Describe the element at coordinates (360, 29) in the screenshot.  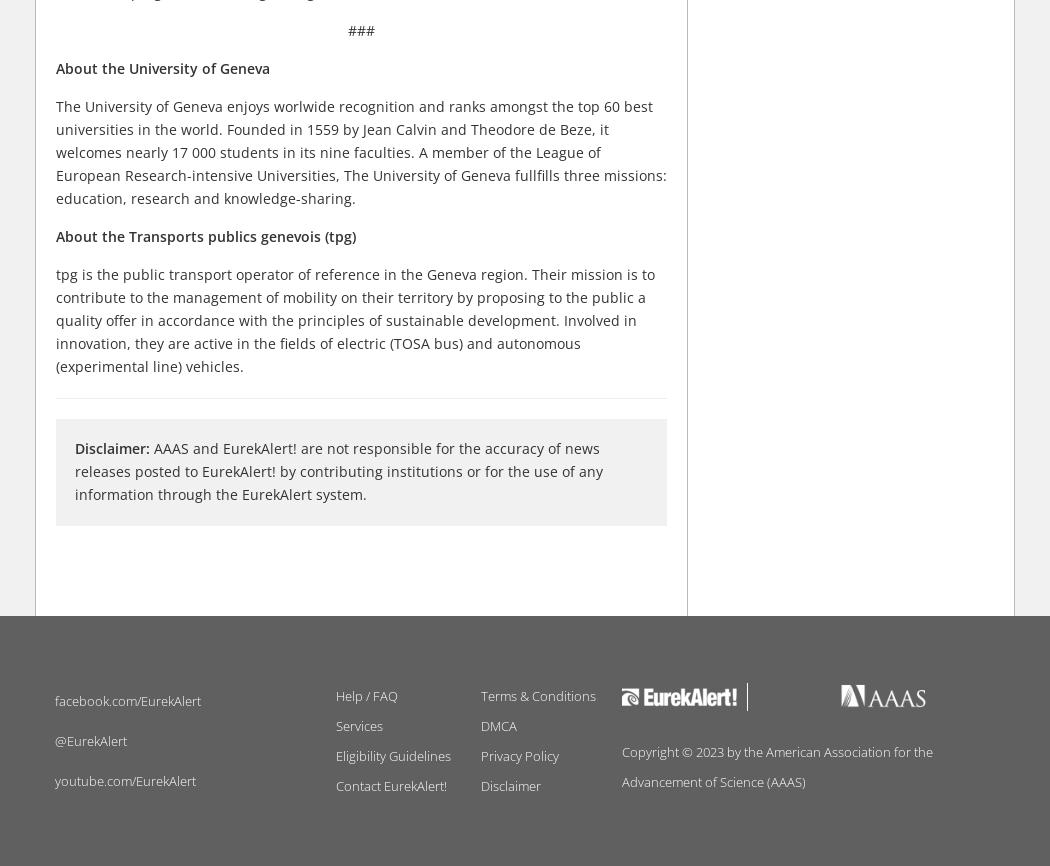
I see `'###'` at that location.